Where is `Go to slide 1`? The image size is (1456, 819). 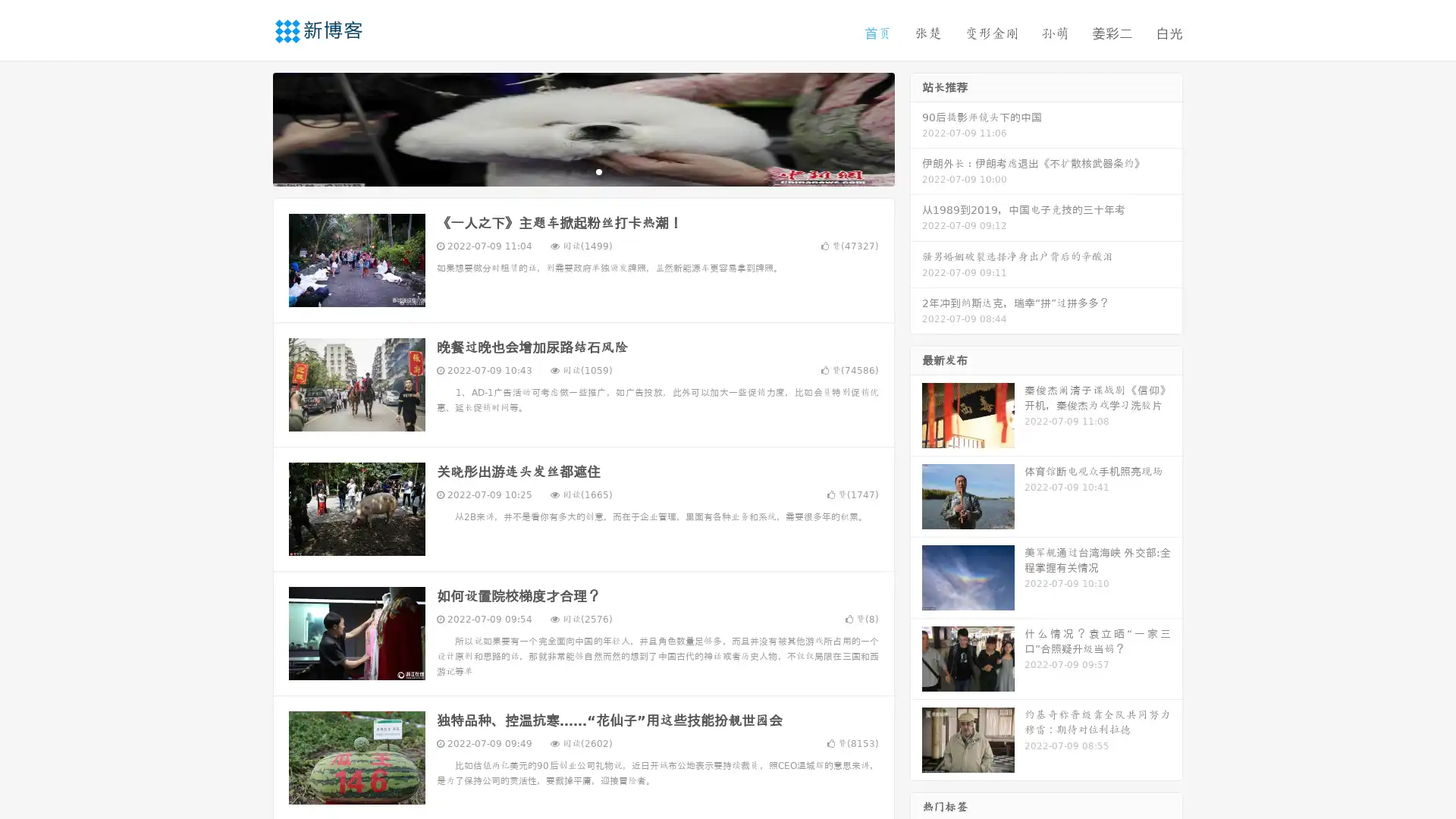
Go to slide 1 is located at coordinates (567, 171).